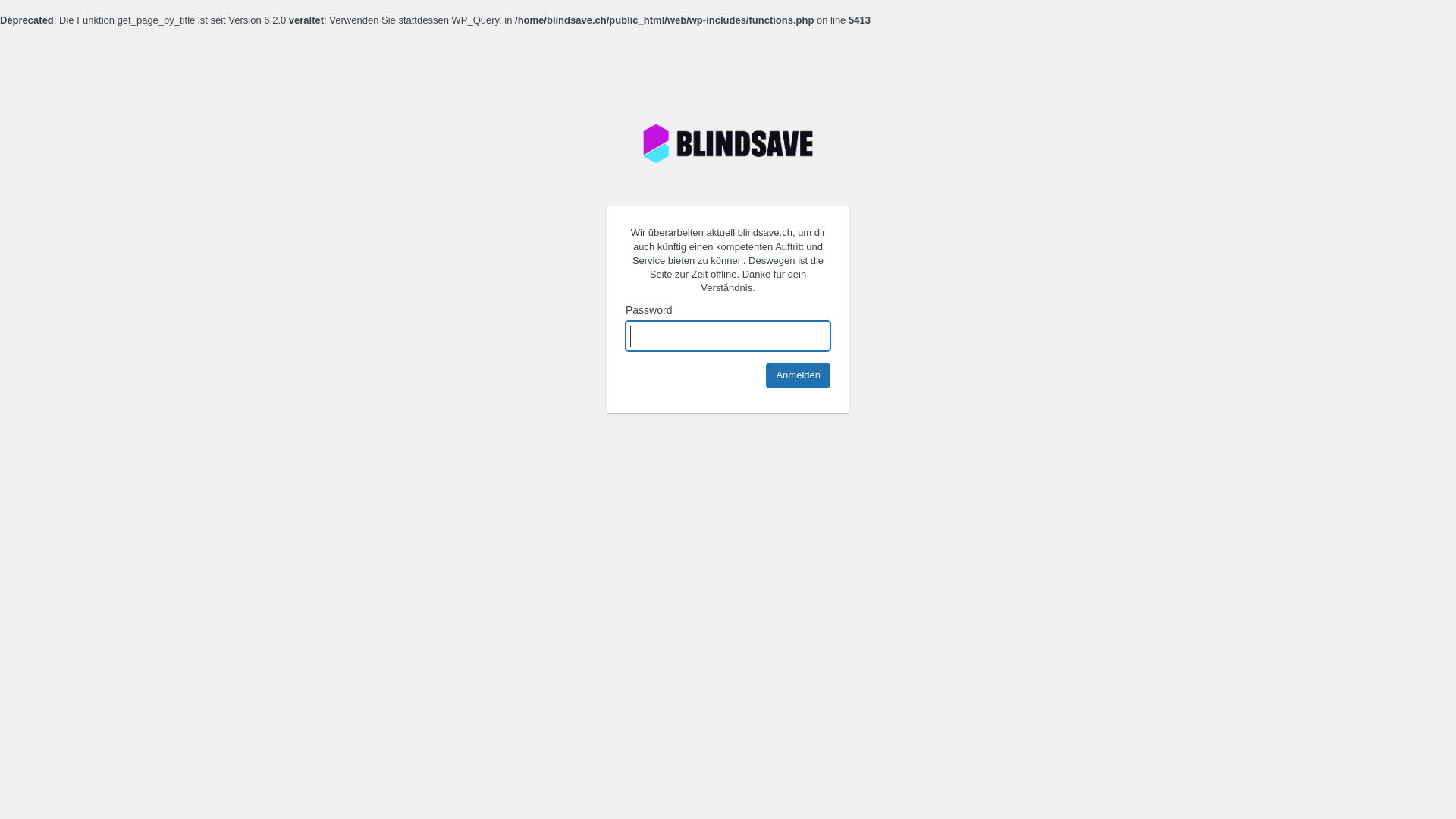 This screenshot has width=1456, height=819. I want to click on 'BLINDSAVE', so click(728, 143).